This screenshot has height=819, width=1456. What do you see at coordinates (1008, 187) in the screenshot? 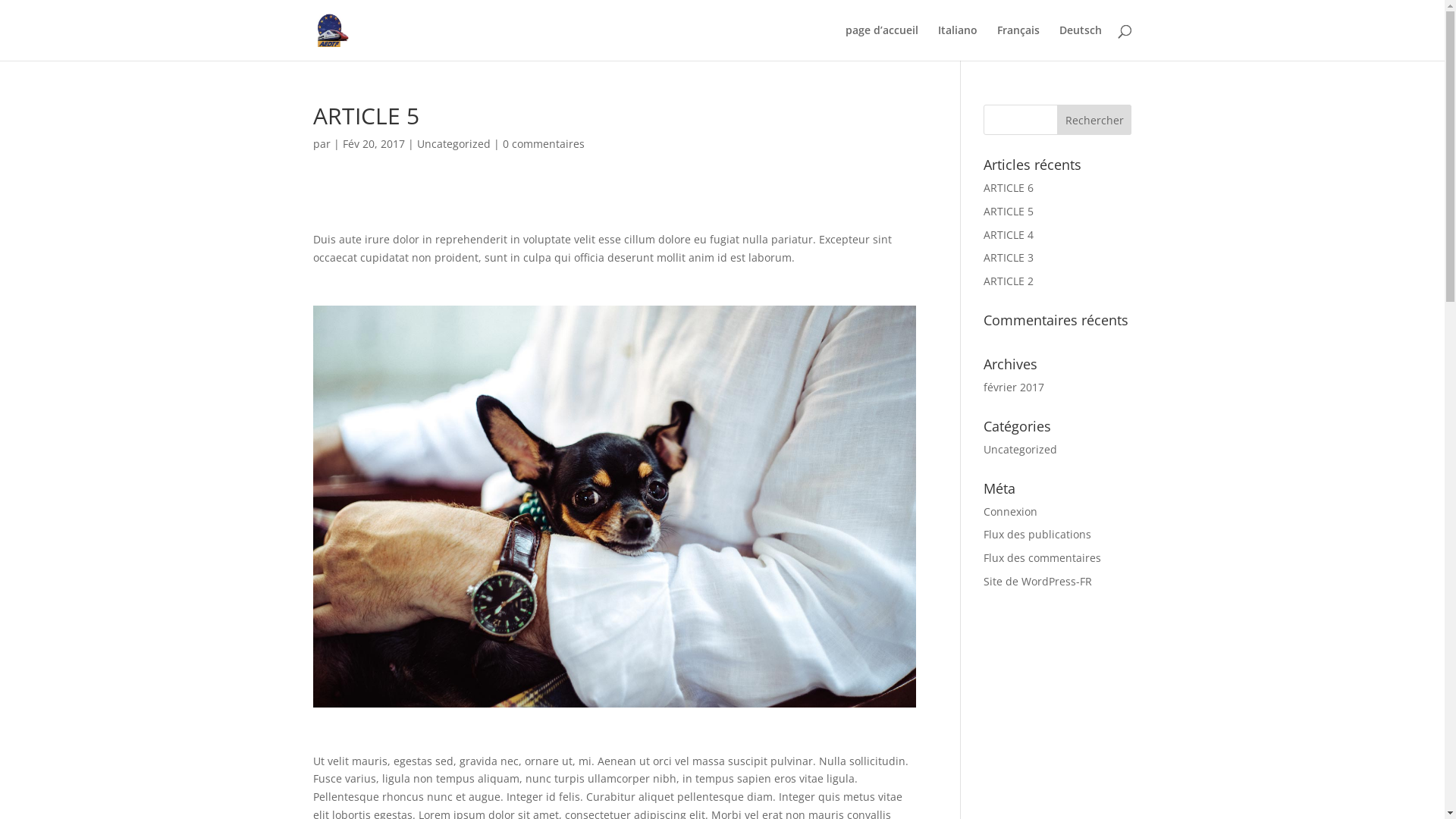
I see `'ARTICLE 6'` at bounding box center [1008, 187].